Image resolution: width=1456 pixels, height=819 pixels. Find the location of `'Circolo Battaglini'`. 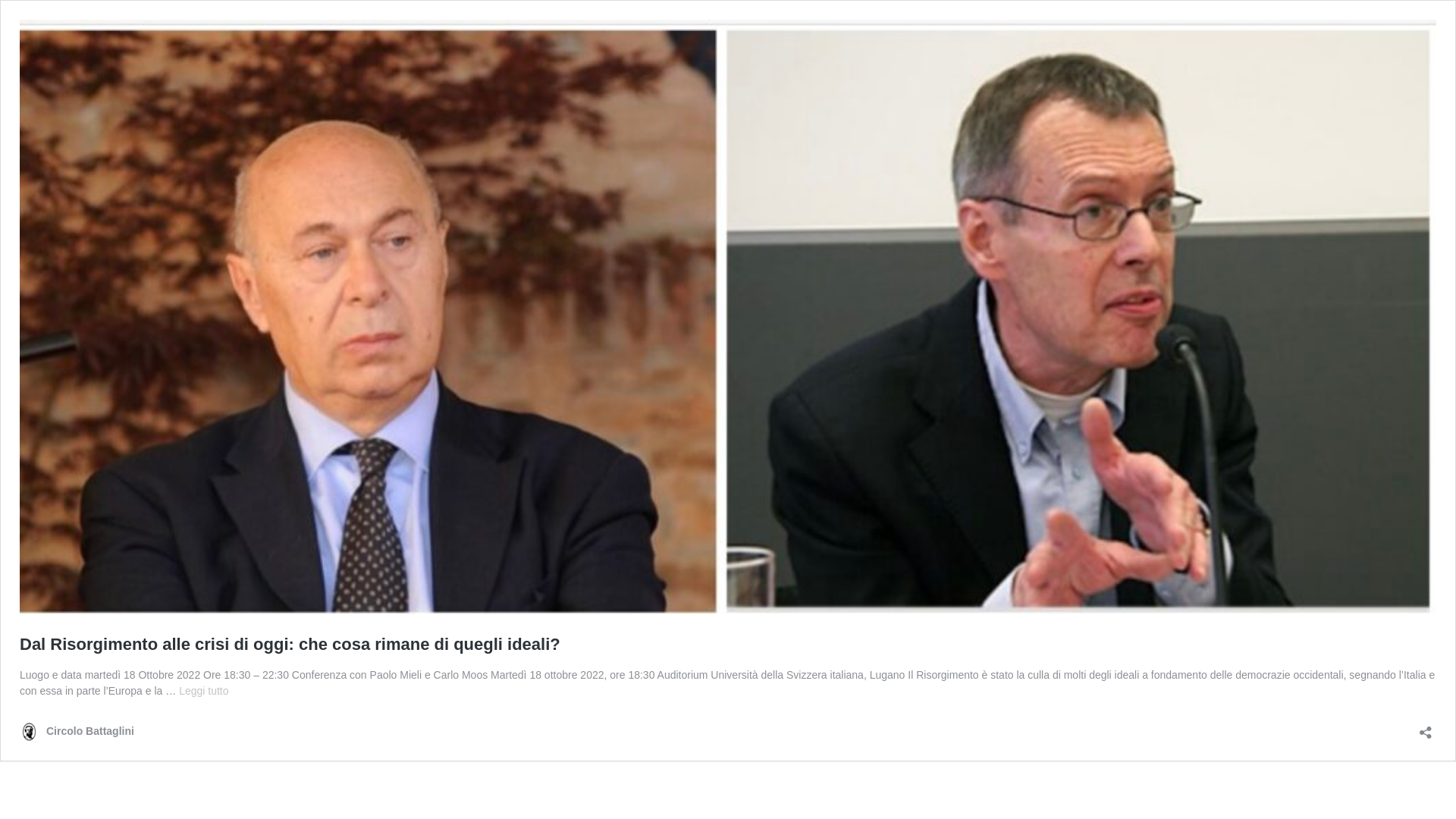

'Circolo Battaglini' is located at coordinates (76, 730).